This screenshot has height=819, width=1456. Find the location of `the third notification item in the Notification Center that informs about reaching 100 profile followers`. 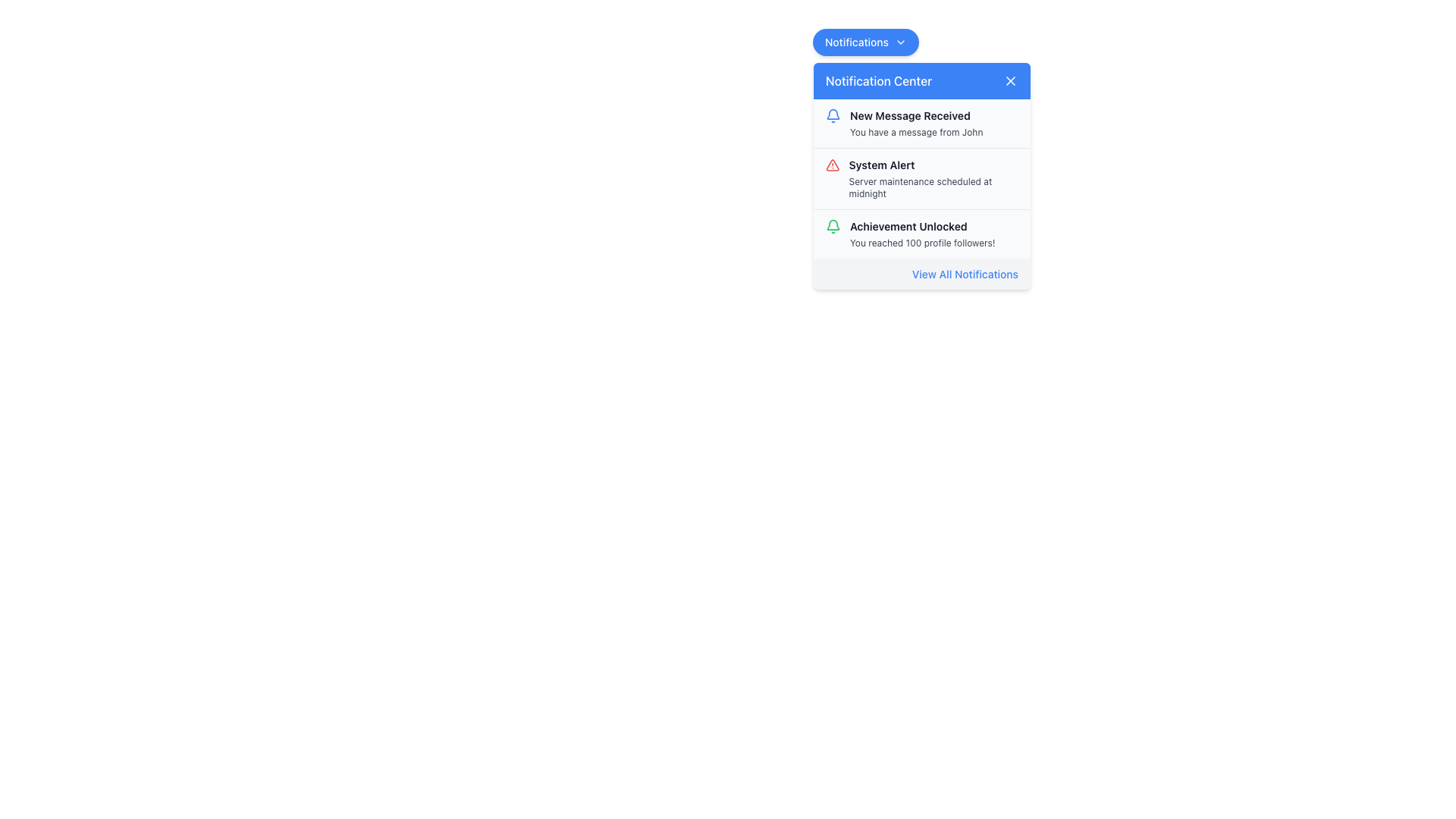

the third notification item in the Notification Center that informs about reaching 100 profile followers is located at coordinates (921, 234).